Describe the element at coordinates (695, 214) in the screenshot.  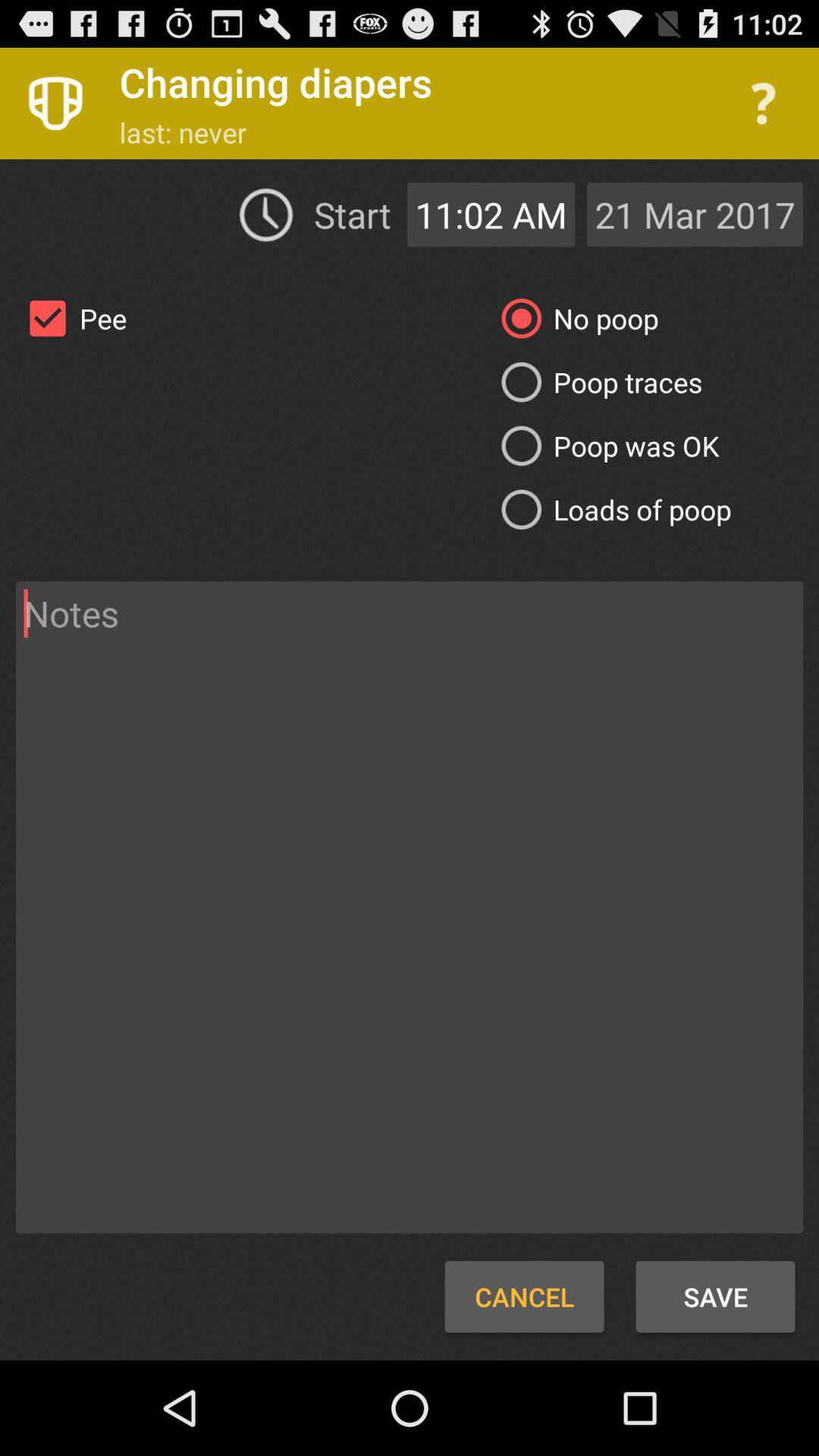
I see `the 21 mar 2017 icon` at that location.